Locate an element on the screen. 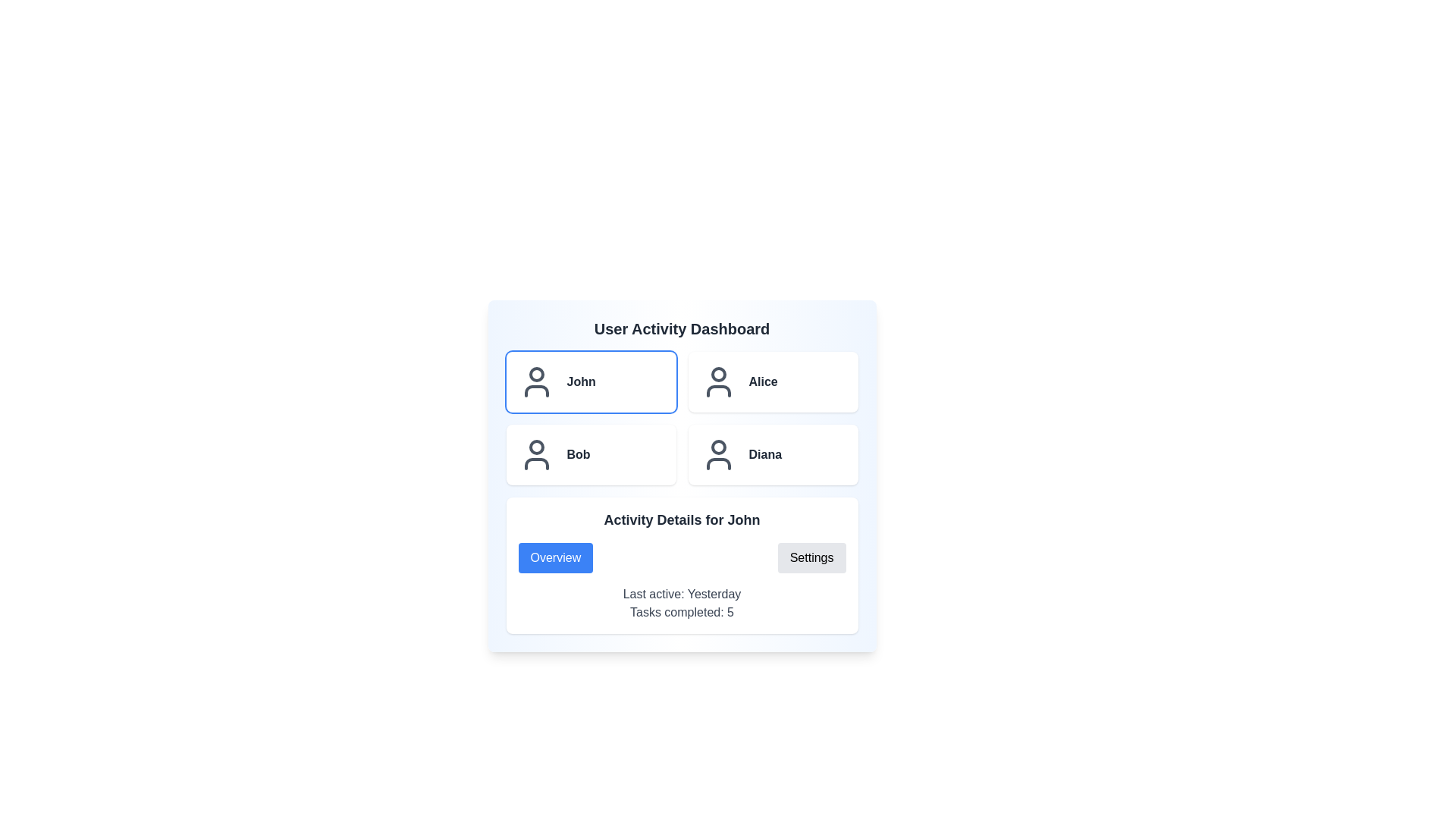 Image resolution: width=1456 pixels, height=819 pixels. the selectable user card for Alice, which features a white background, rounded corners, and contains her name in bold, dark gray font is located at coordinates (773, 381).